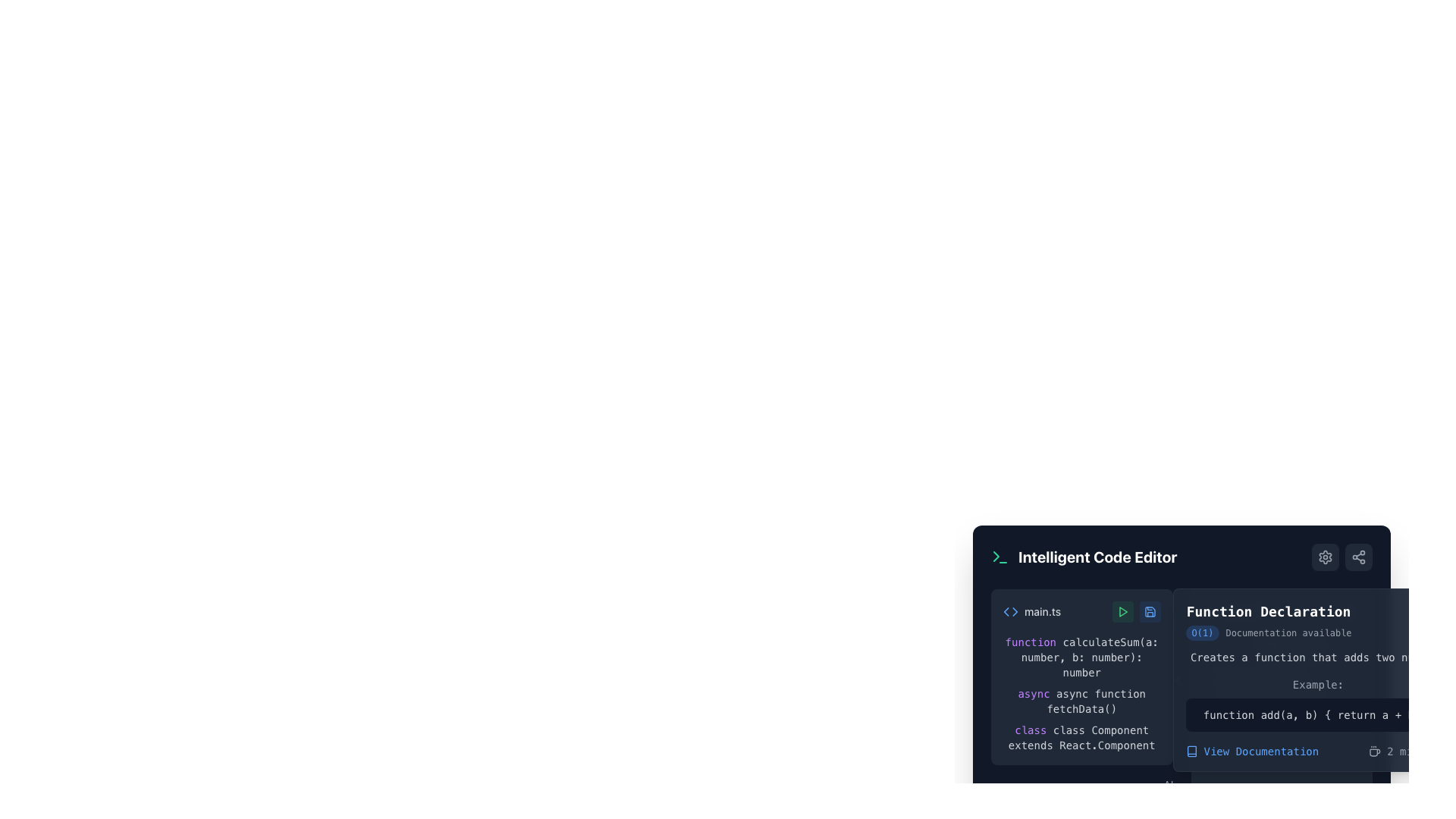 This screenshot has width=1456, height=819. Describe the element at coordinates (1317, 714) in the screenshot. I see `the code block displaying the JavaScript function 'function add(a, b) { return a + b; }' with a dark background and light text, located within the section titled 'Example:' in the code editor interface` at that location.